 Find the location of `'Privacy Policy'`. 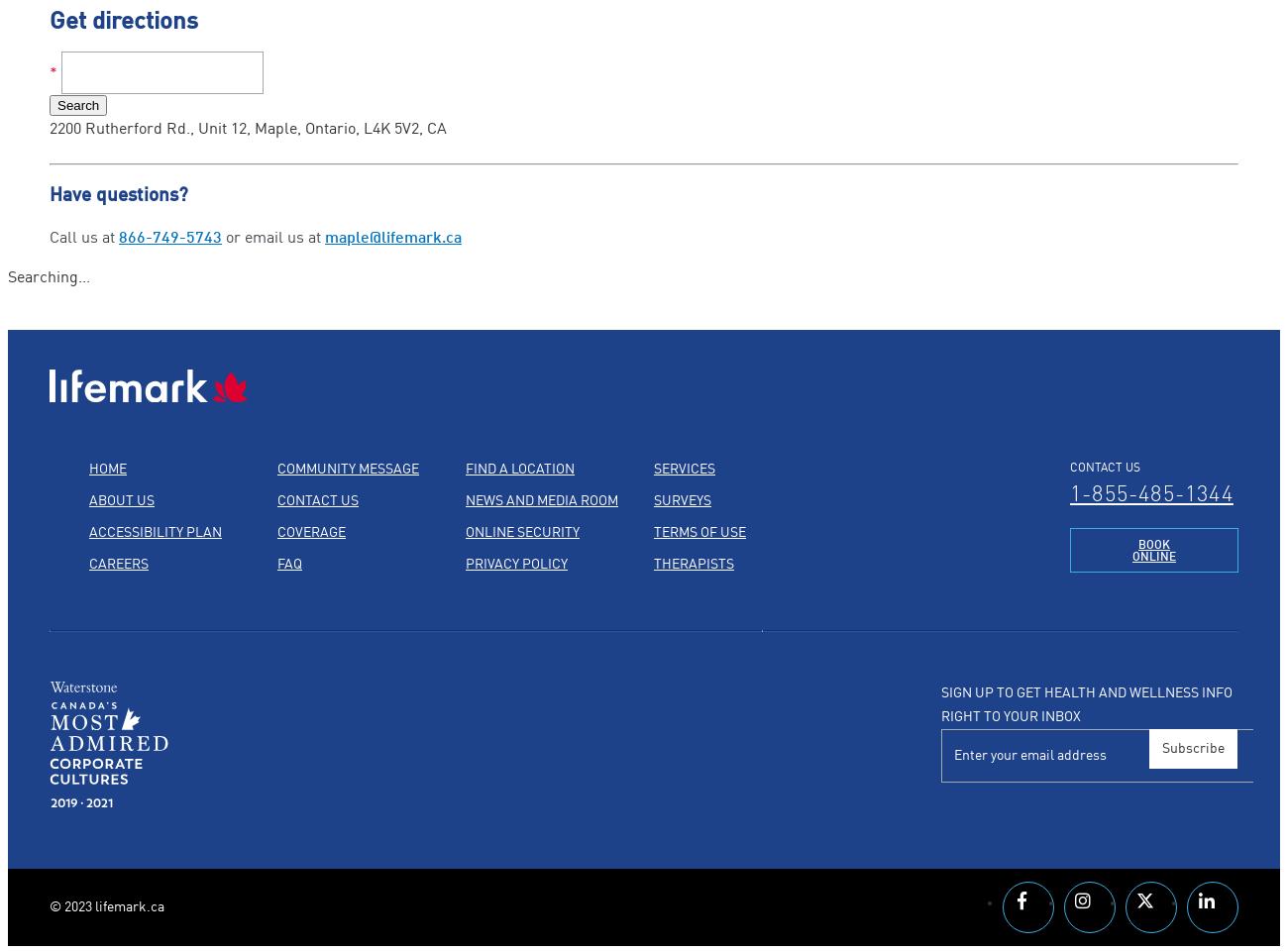

'Privacy Policy' is located at coordinates (516, 563).